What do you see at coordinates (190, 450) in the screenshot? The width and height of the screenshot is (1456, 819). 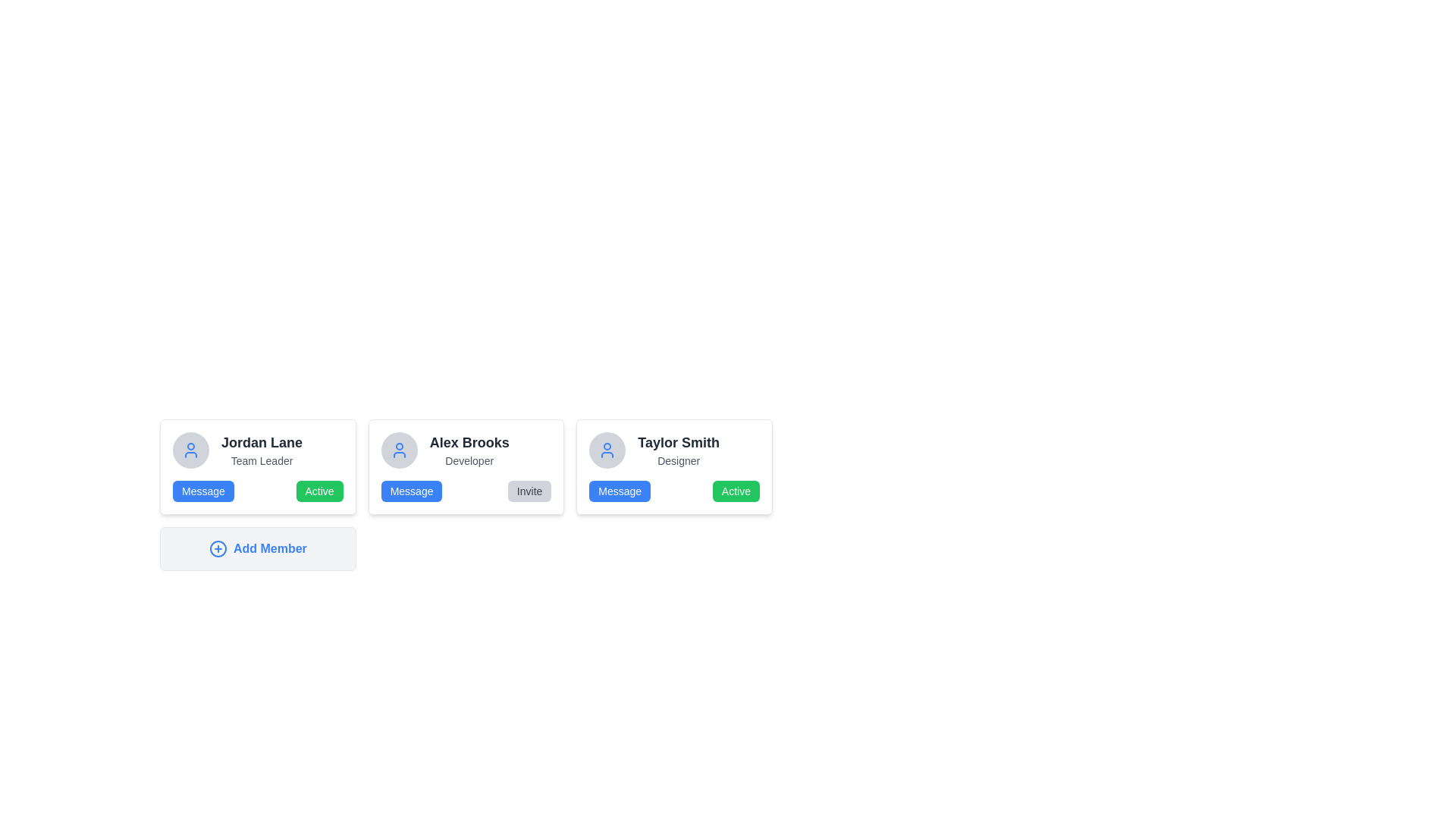 I see `the blue circular user icon with a minimalist outline design, located in the top-left corner of Jordan Lane's profile card labeled 'Jordan Lane, Team Leader'` at bounding box center [190, 450].